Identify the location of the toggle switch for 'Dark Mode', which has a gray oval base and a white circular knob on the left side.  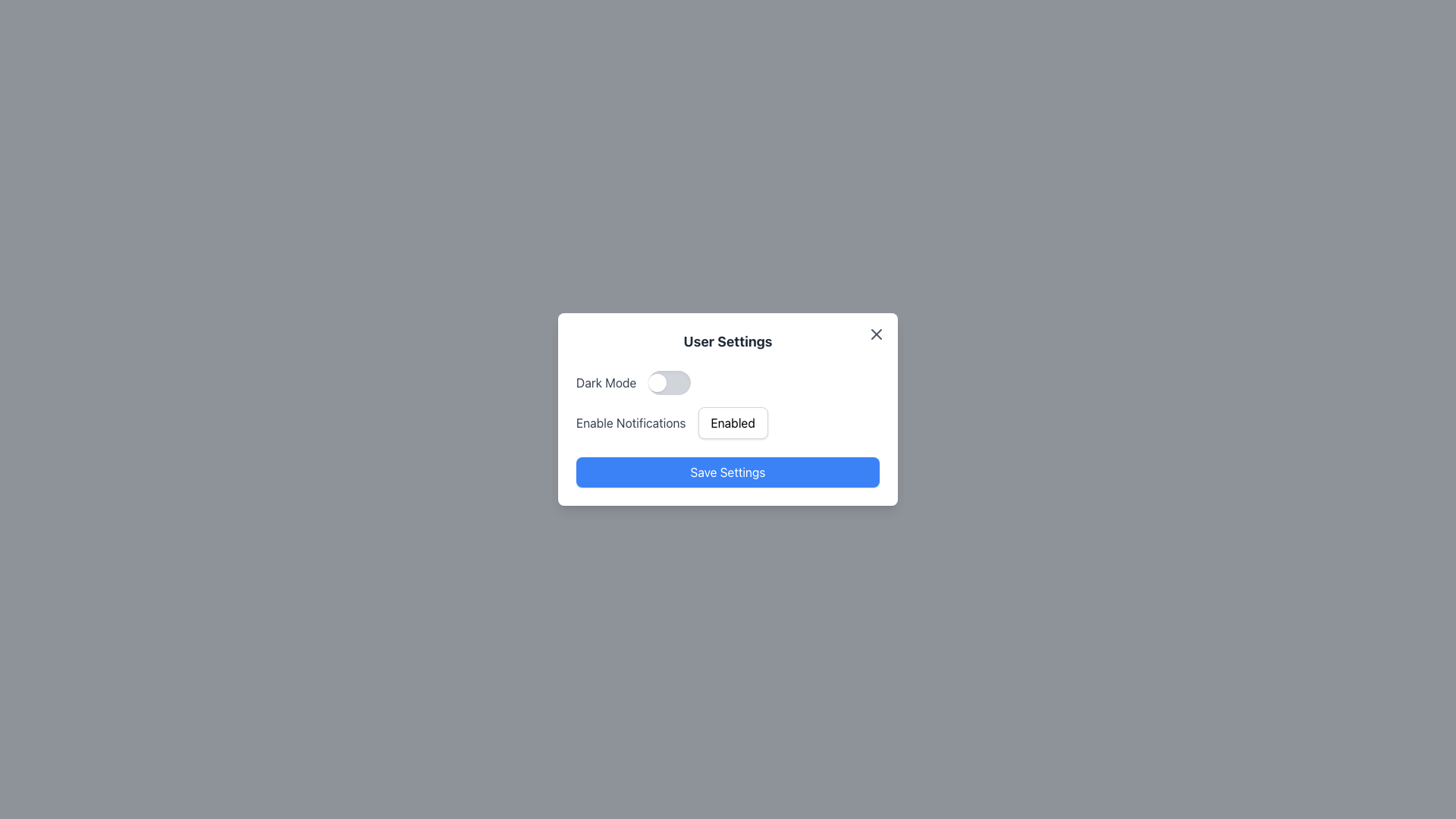
(669, 382).